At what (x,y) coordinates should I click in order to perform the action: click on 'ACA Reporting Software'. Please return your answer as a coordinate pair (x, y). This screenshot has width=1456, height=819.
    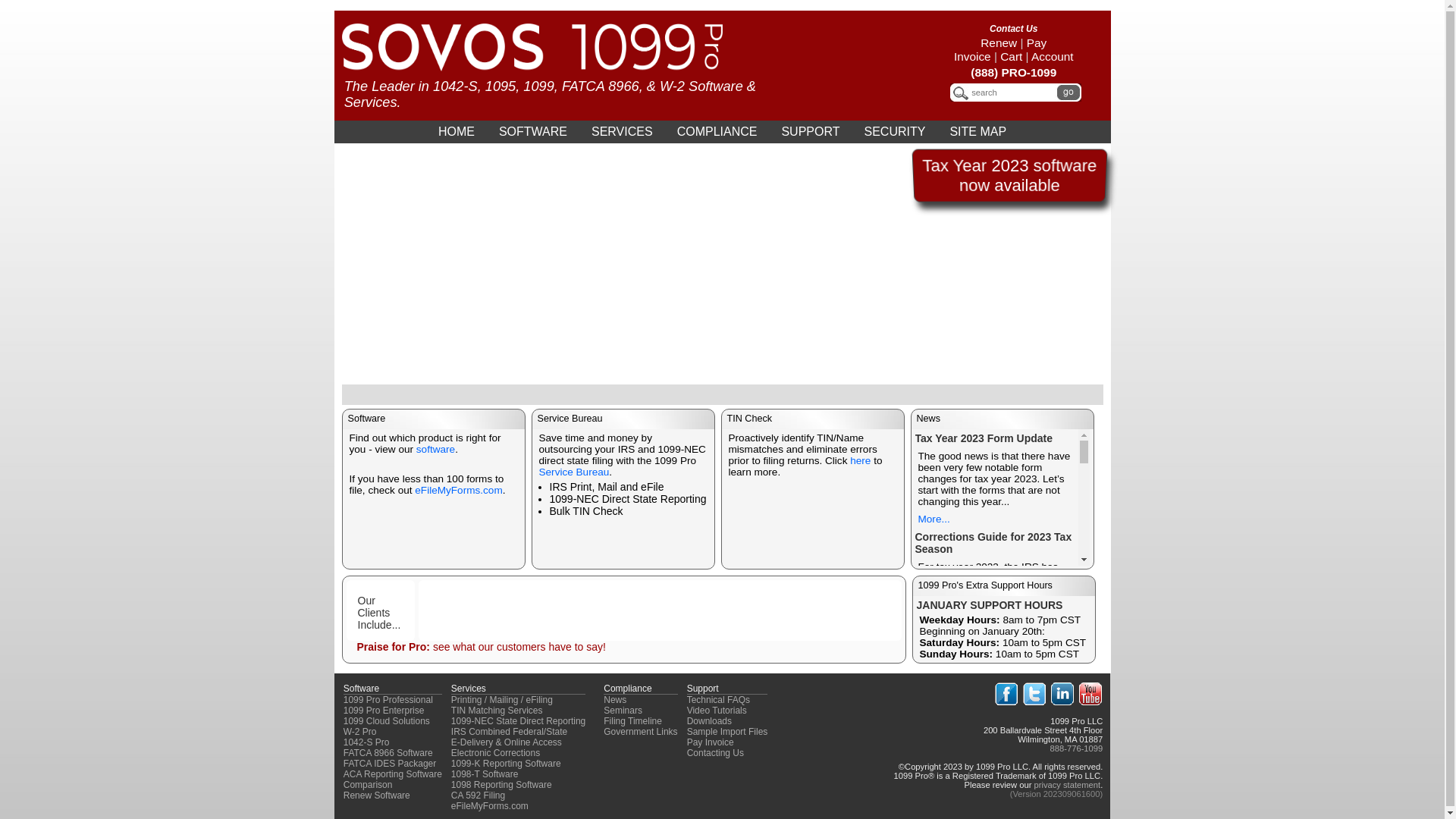
    Looking at the image, I should click on (393, 774).